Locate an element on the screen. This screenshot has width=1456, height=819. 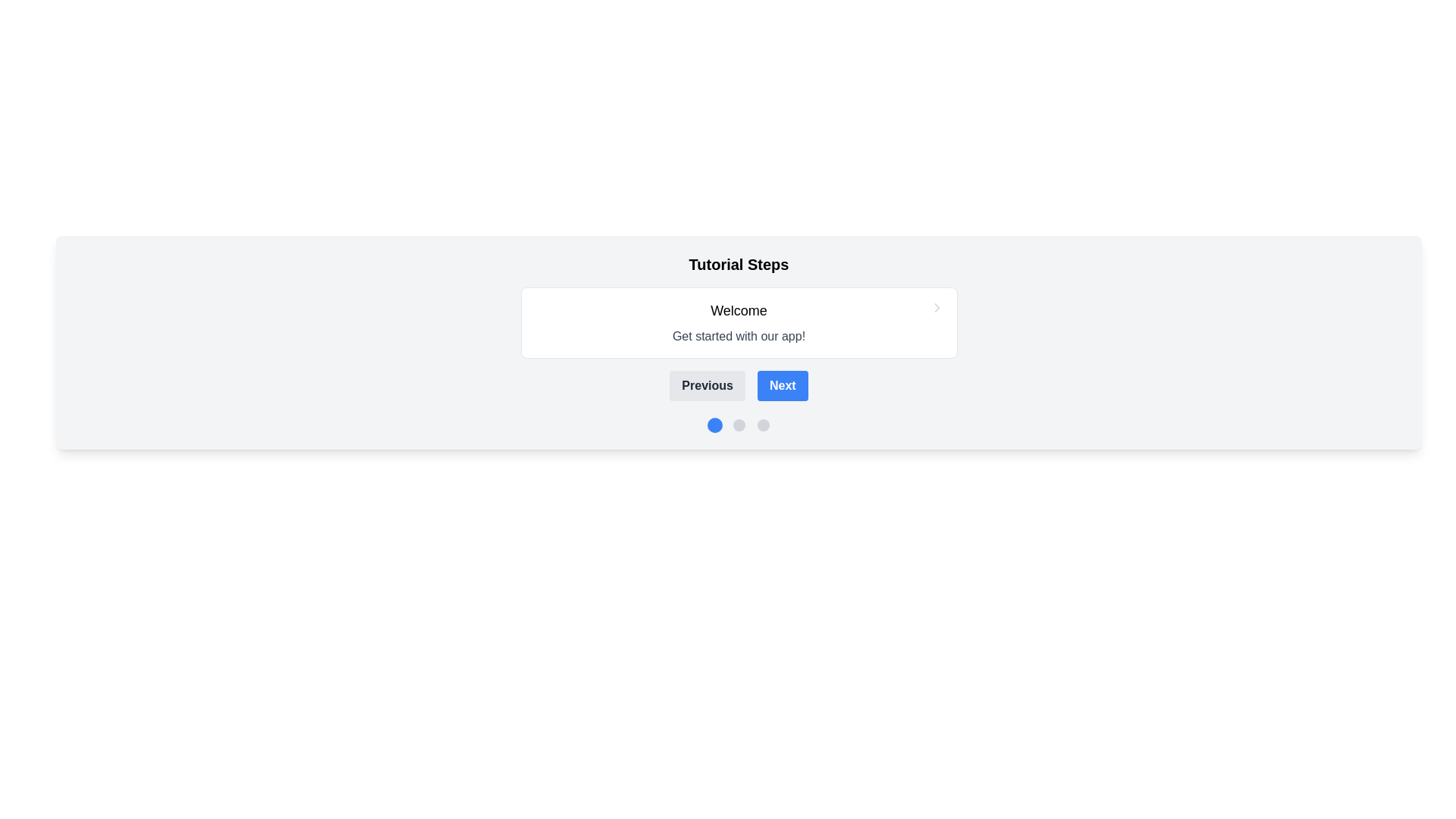
the small circular blue button located at the bottom of the interface, which is the leftmost among three sibling buttons is located at coordinates (714, 425).